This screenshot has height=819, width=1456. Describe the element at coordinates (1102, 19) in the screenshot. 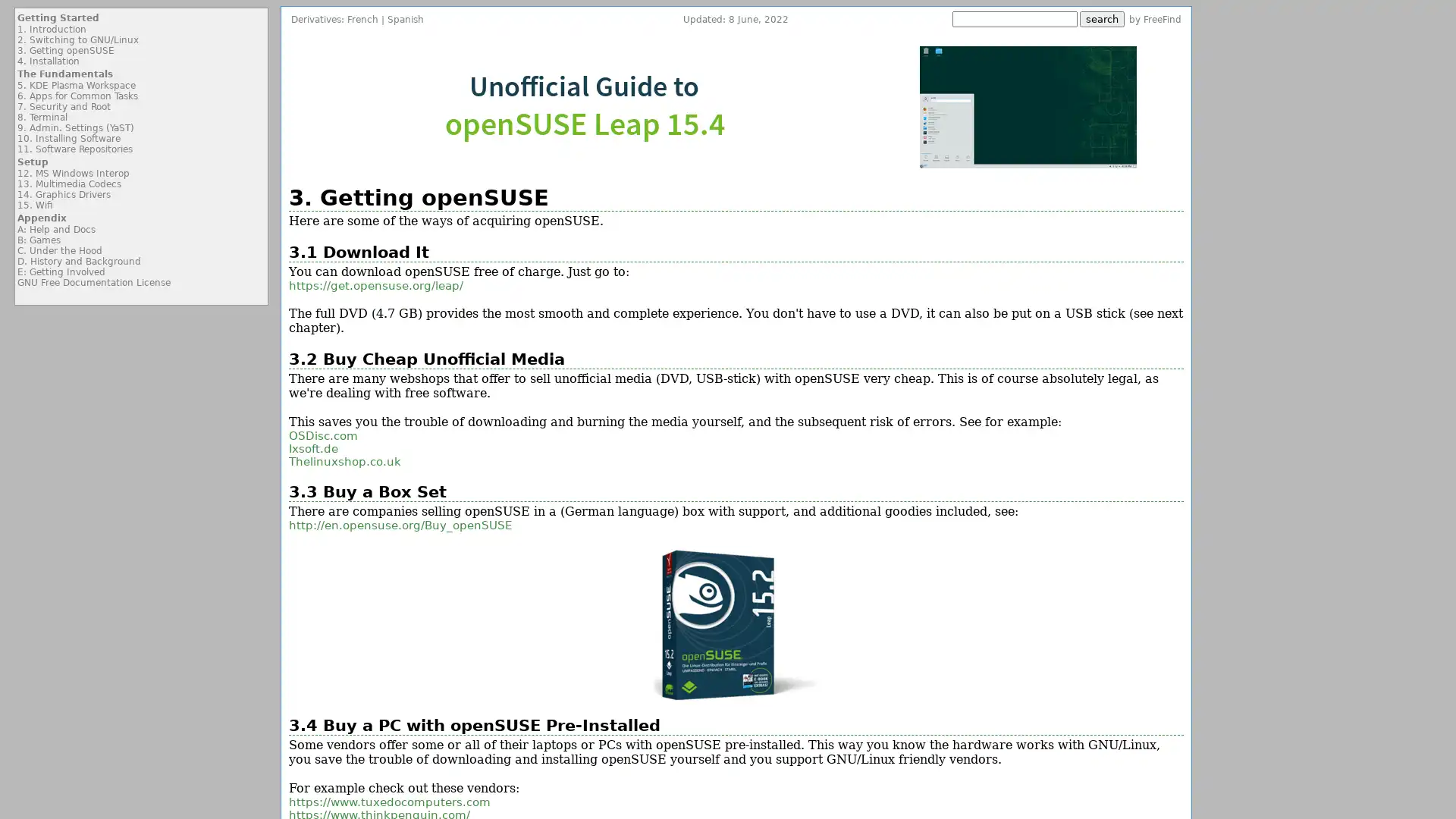

I see `search` at that location.